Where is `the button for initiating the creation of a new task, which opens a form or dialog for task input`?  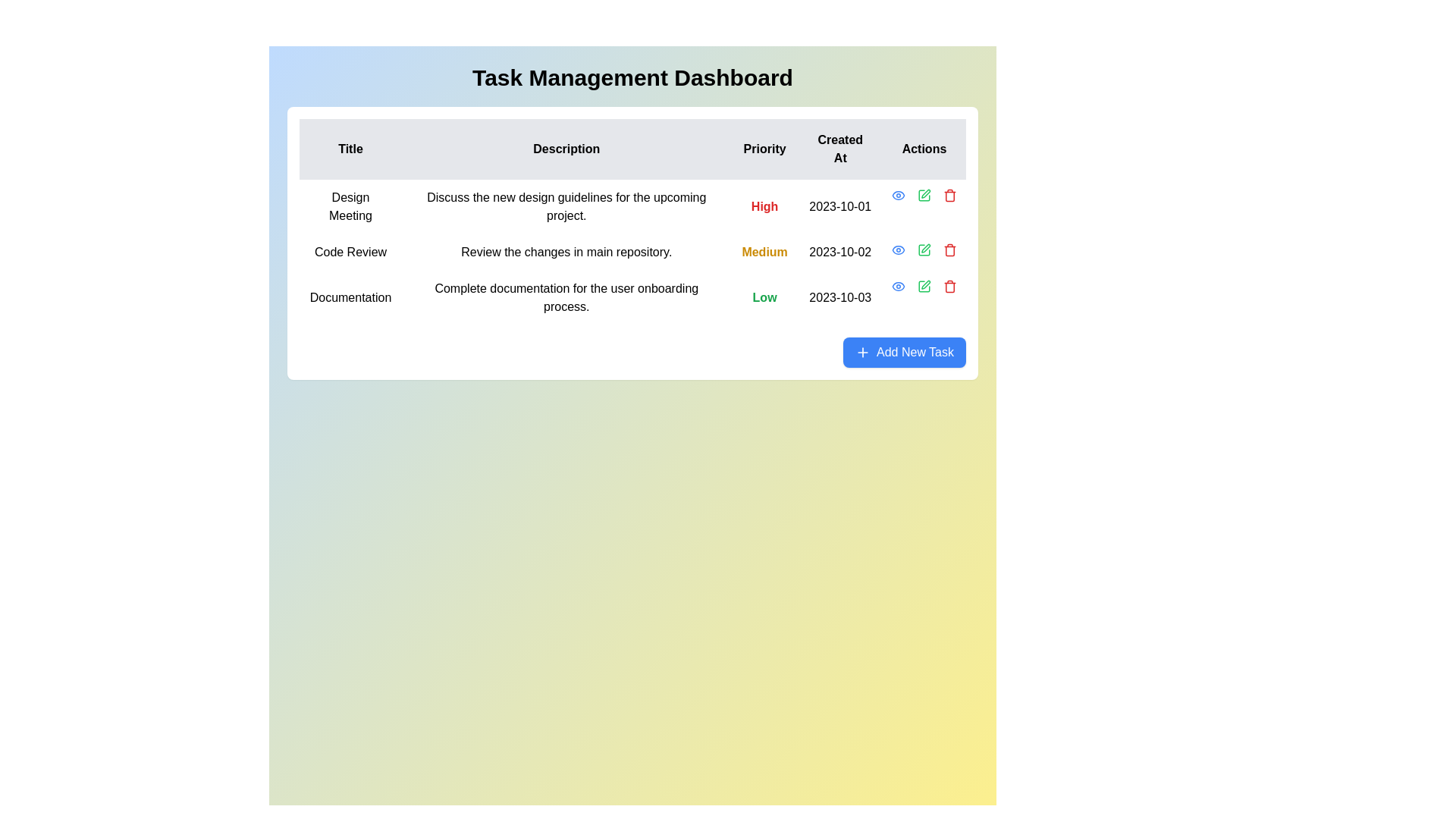 the button for initiating the creation of a new task, which opens a form or dialog for task input is located at coordinates (905, 353).